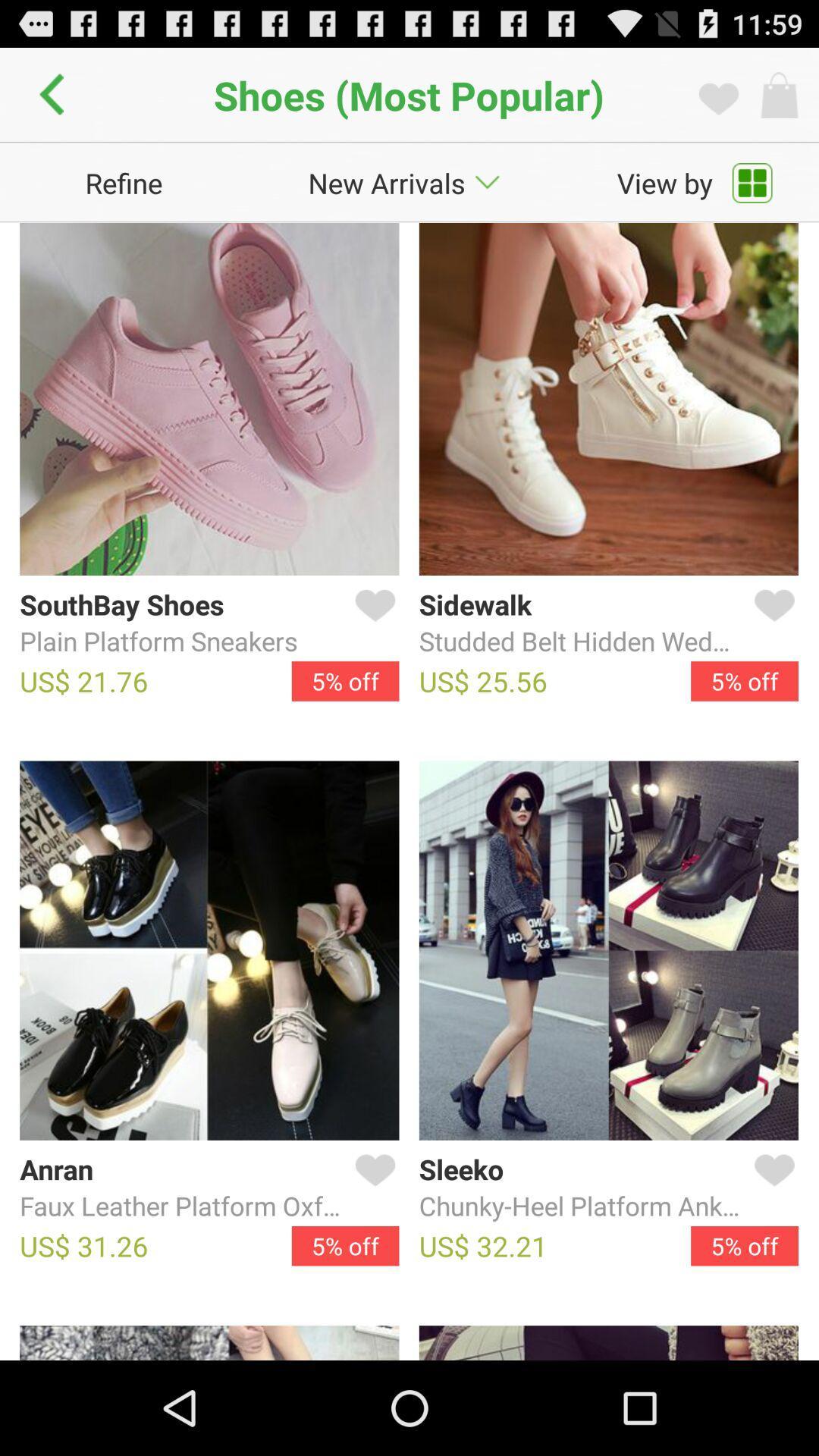 The width and height of the screenshot is (819, 1456). Describe the element at coordinates (372, 623) in the screenshot. I see `favourite icon which is after southbay shoes on the page` at that location.